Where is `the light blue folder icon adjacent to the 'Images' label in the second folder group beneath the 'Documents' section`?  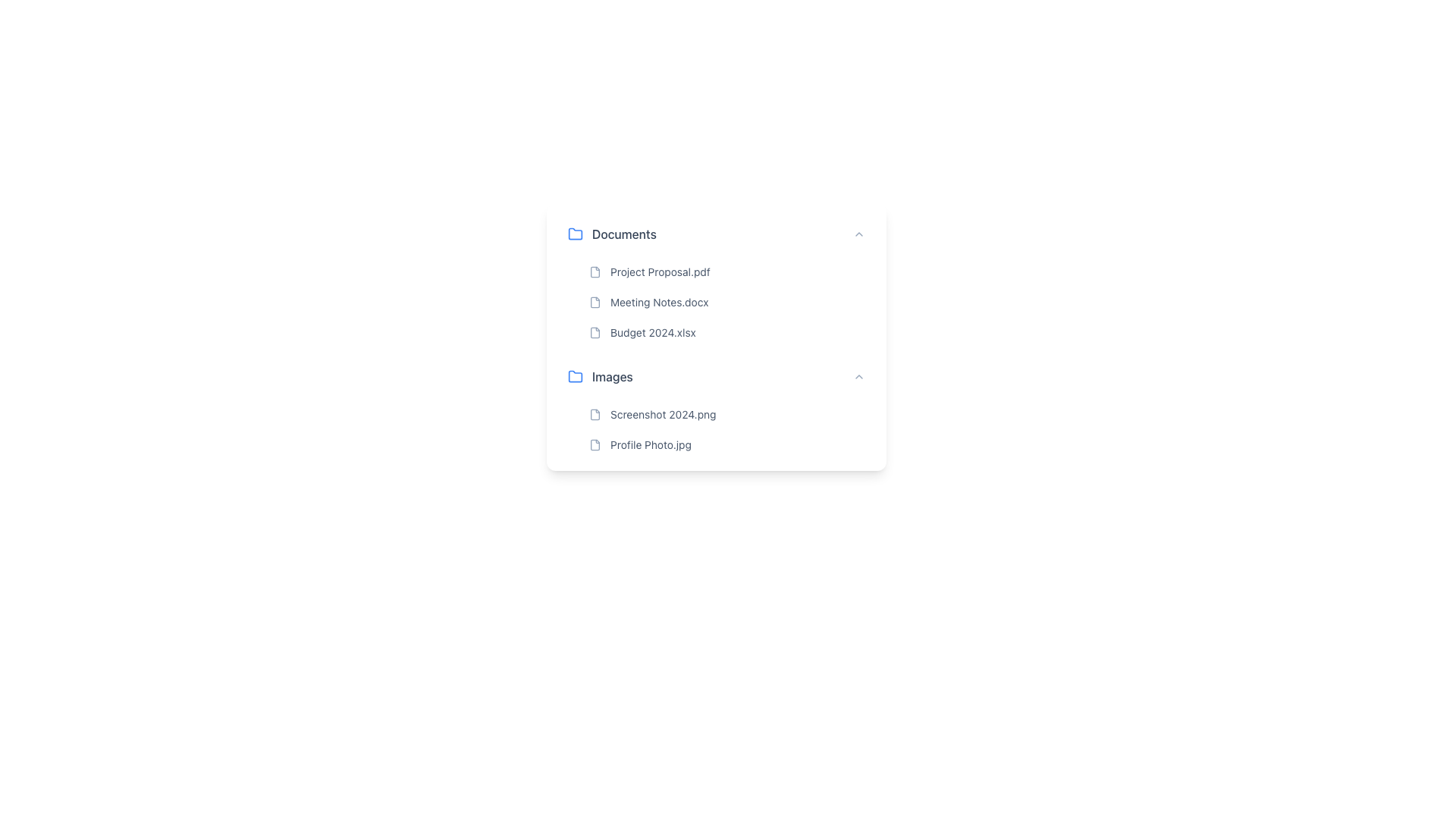
the light blue folder icon adjacent to the 'Images' label in the second folder group beneath the 'Documents' section is located at coordinates (574, 375).